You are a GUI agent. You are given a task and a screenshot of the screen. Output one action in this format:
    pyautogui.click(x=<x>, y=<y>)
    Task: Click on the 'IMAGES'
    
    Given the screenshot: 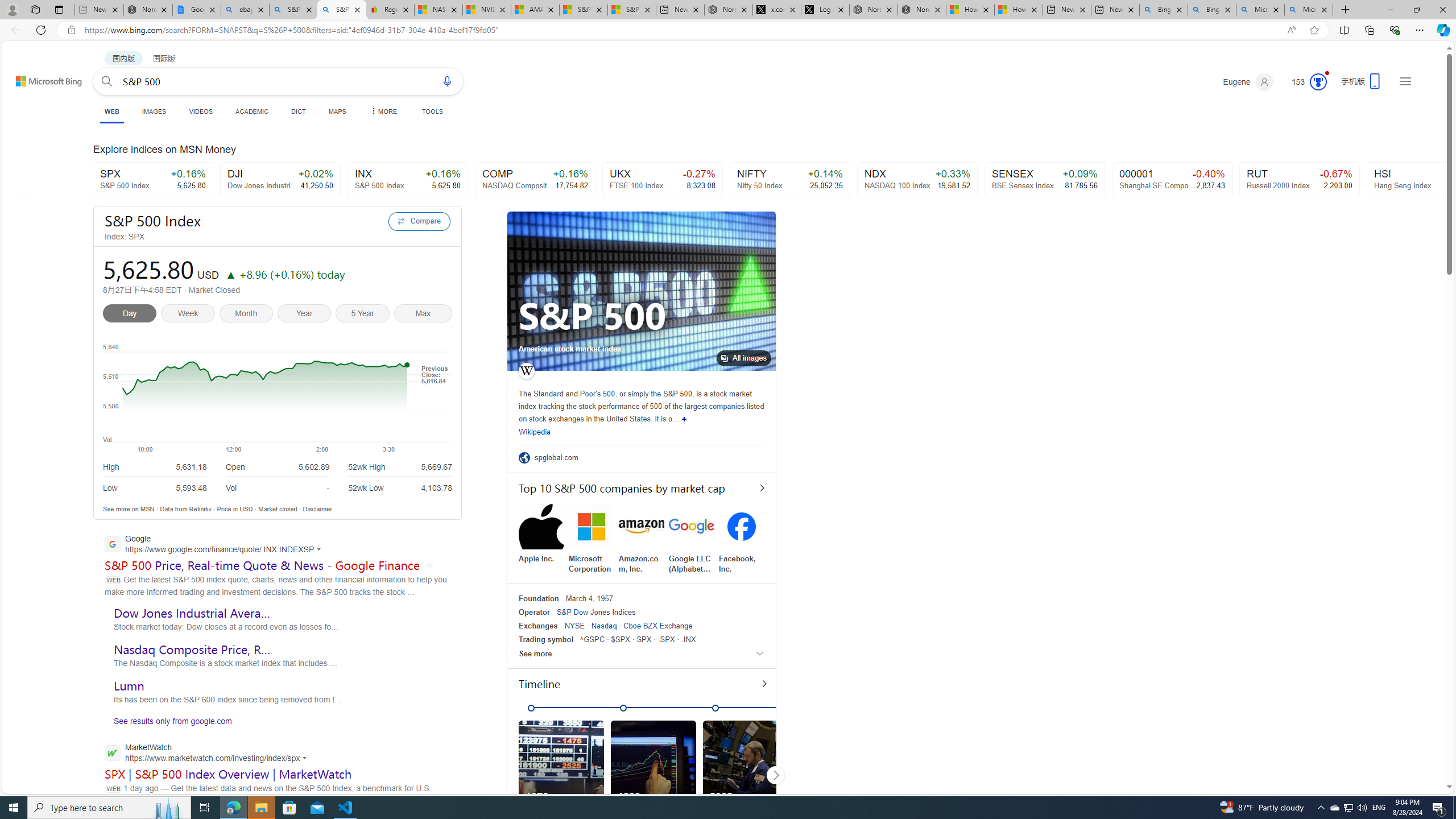 What is the action you would take?
    pyautogui.click(x=154, y=111)
    